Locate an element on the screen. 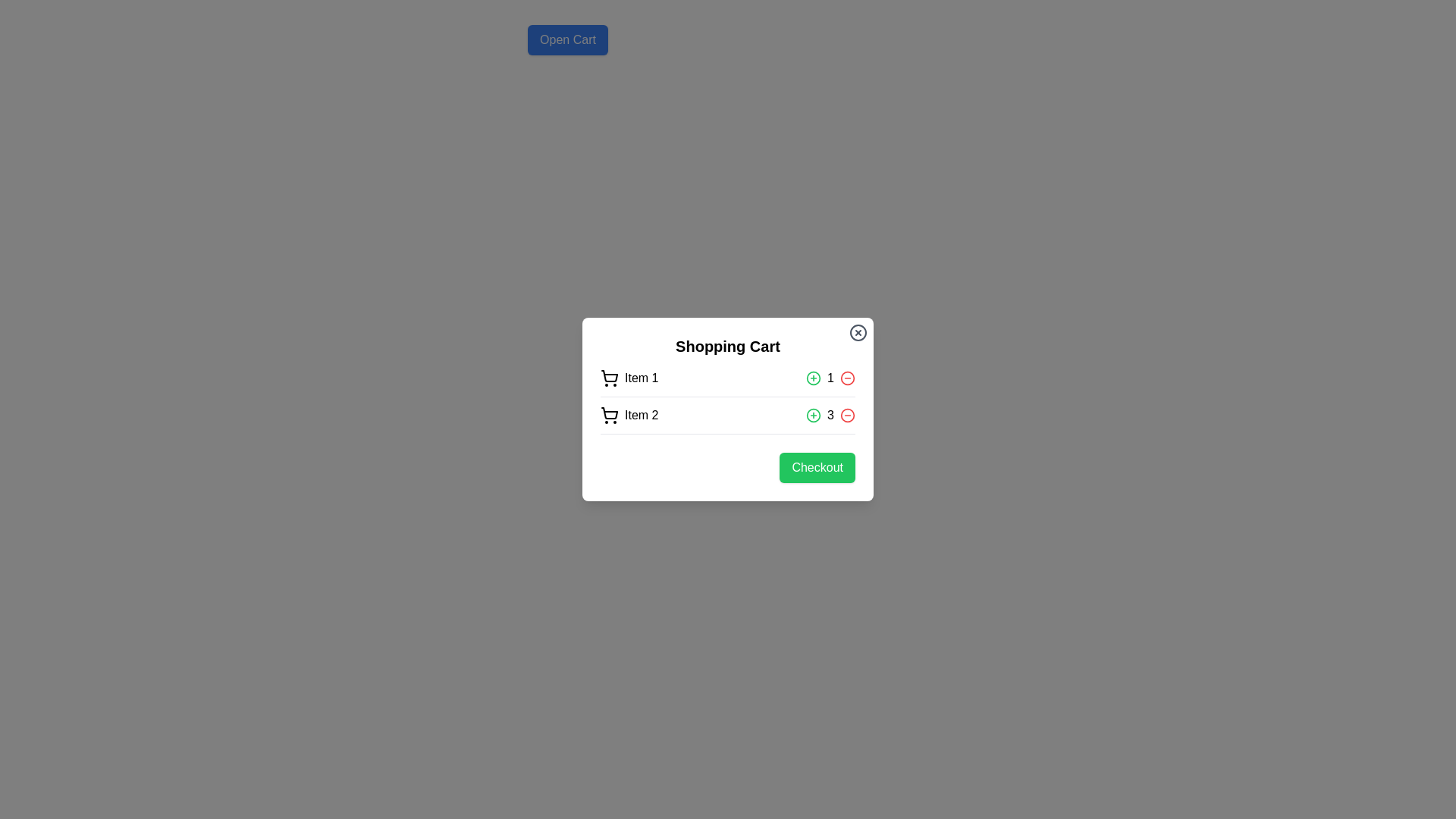 The image size is (1456, 819). the text display showing the number '1' which is part of the item counter located in the shopping cart popup under 'Item 1' is located at coordinates (830, 377).